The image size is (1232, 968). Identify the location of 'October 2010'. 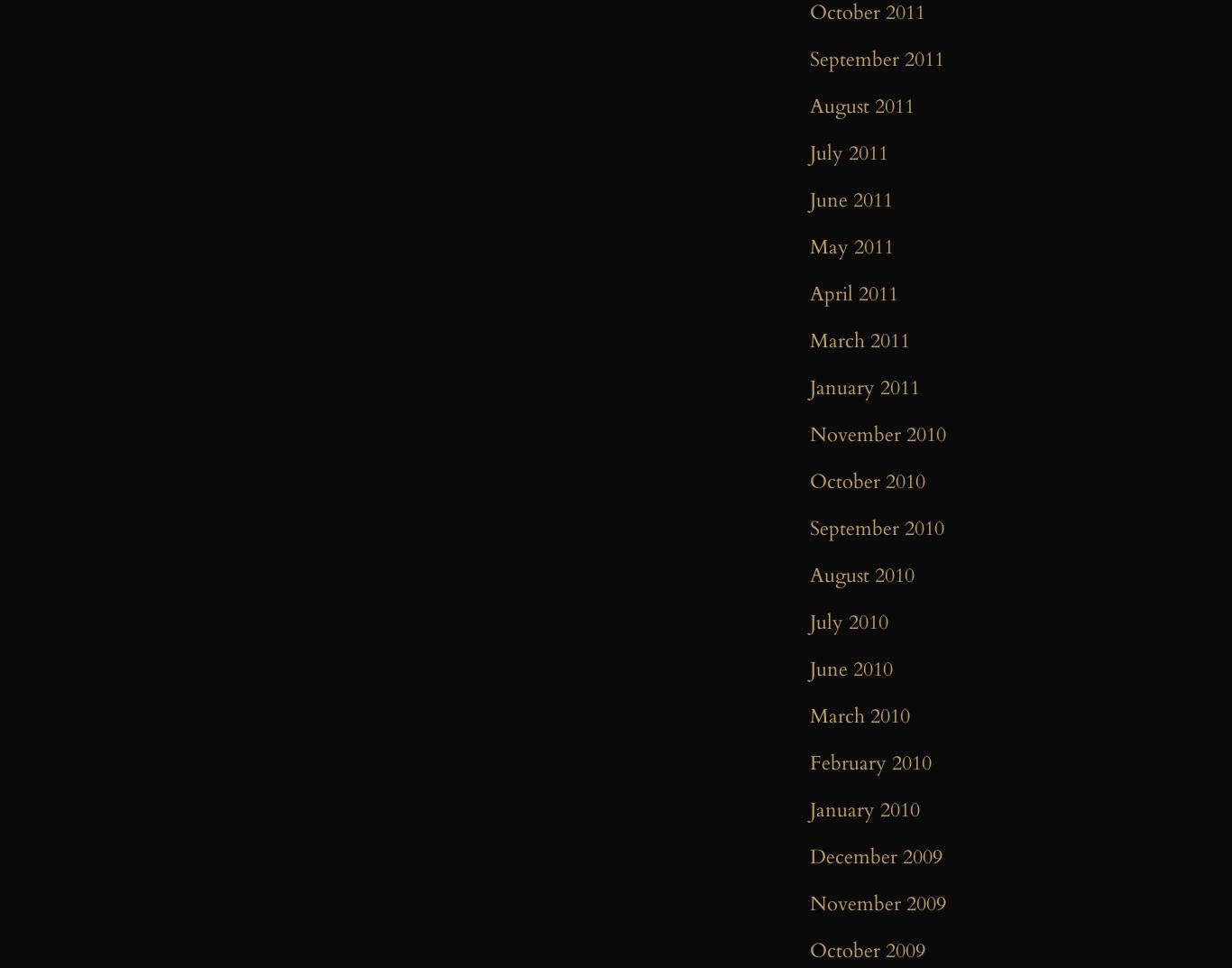
(867, 481).